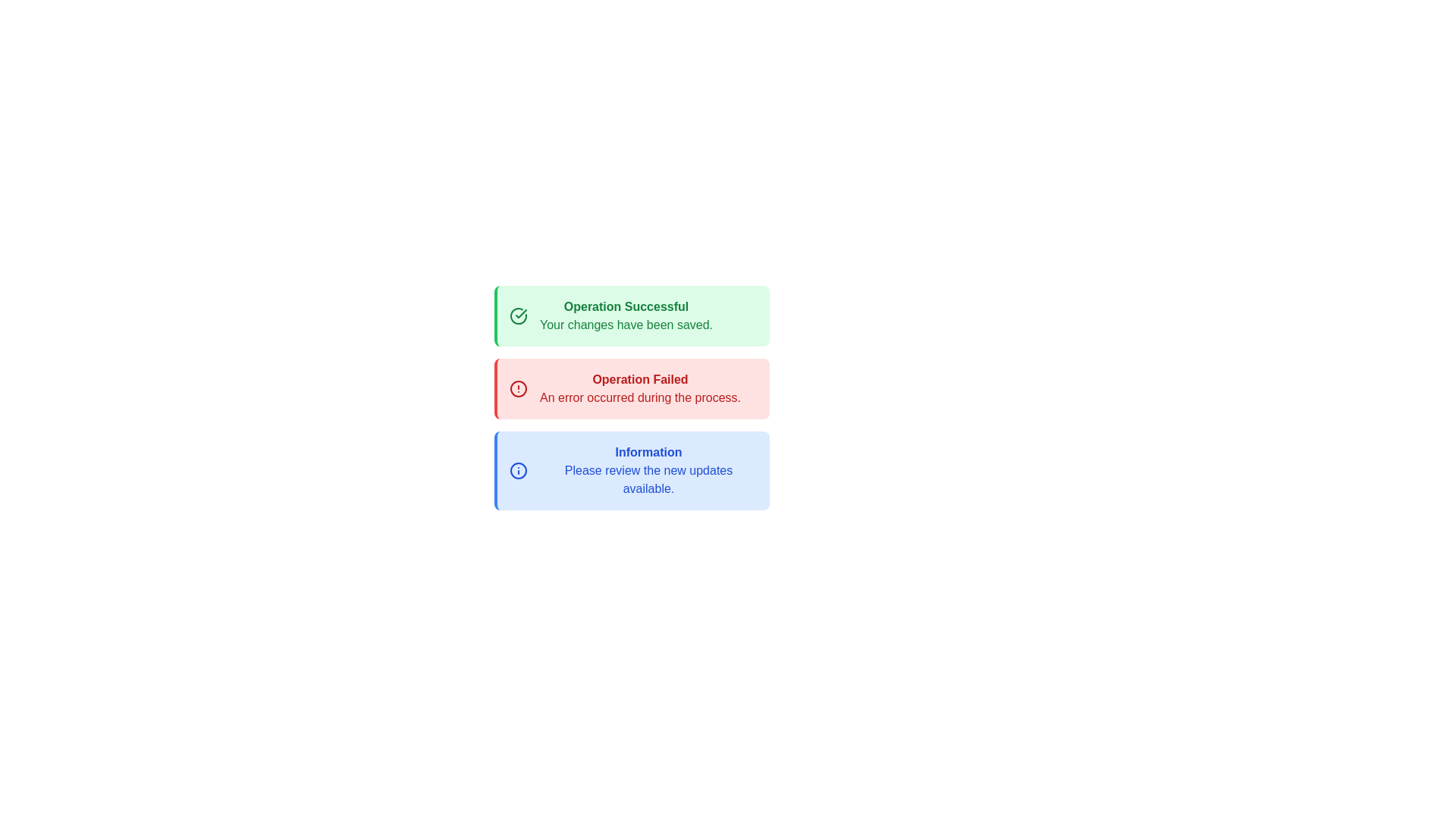  I want to click on information text block that has the heading 'Information' in bold and secondary text 'Please review the new updates available.' styled in blue, so click(648, 470).